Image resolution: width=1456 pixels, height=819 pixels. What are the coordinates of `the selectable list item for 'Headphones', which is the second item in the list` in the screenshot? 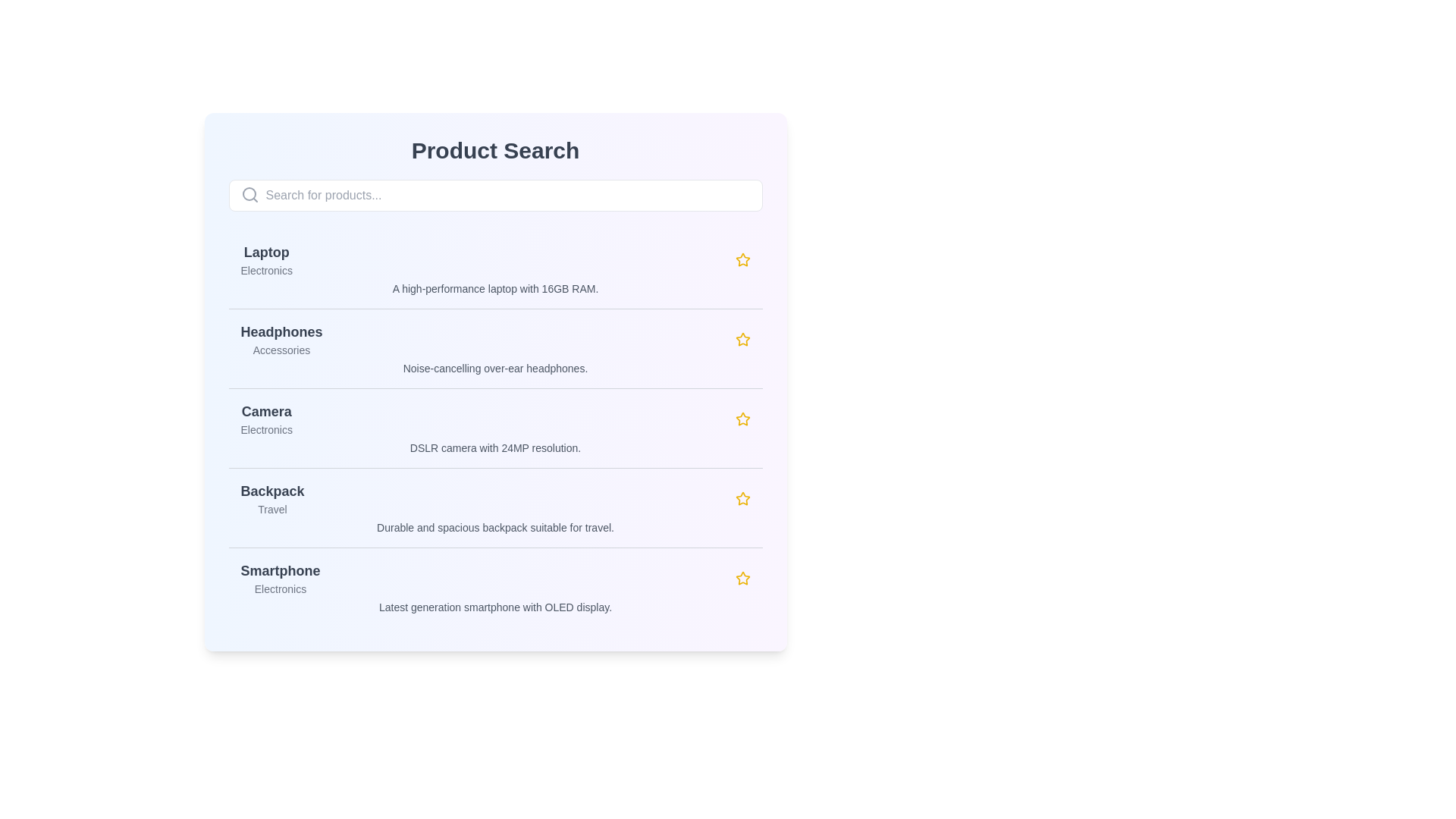 It's located at (495, 348).